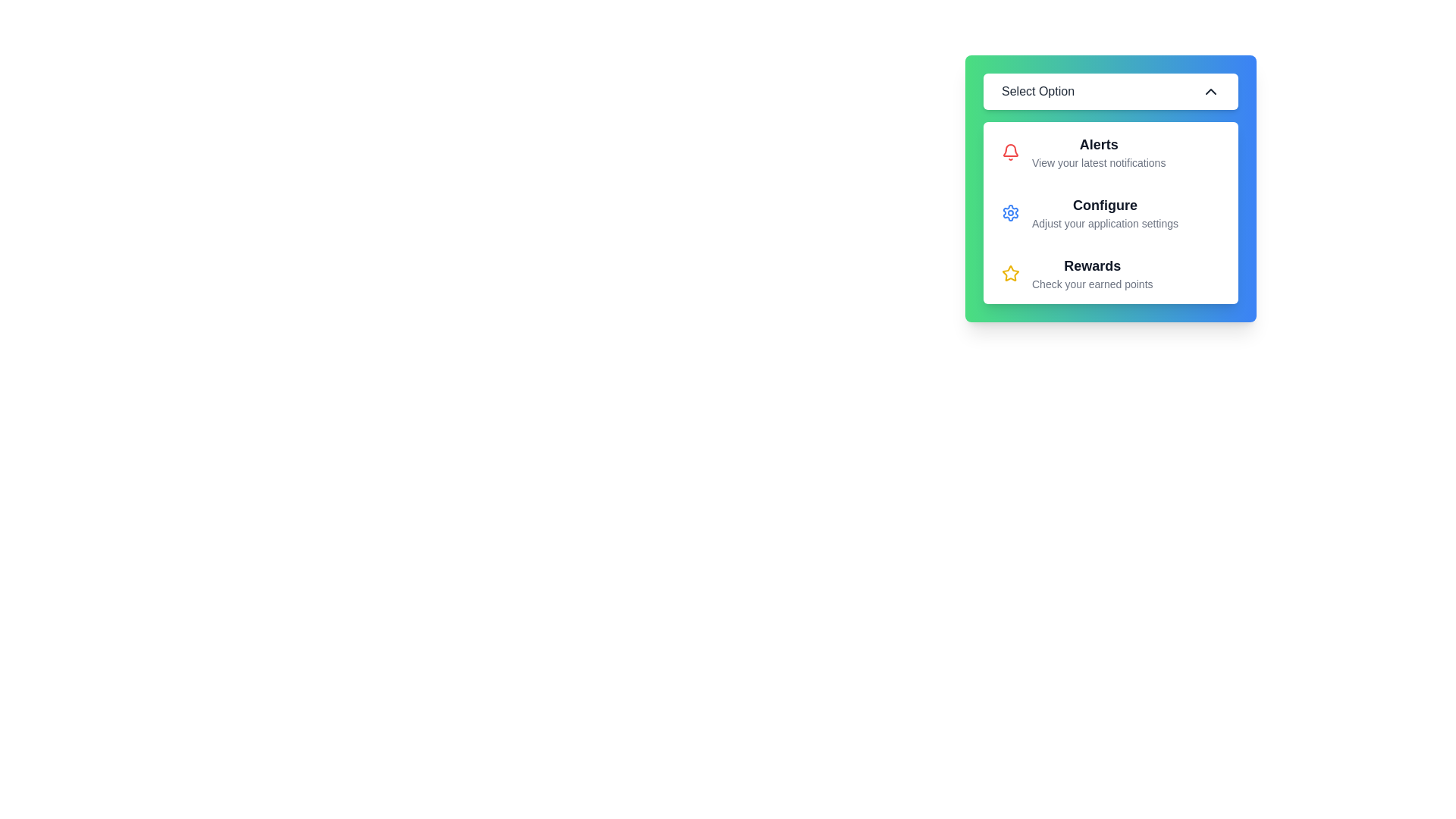  What do you see at coordinates (1110, 152) in the screenshot?
I see `the first option in the dropdown menu for recent notifications, which is indicated by a graphical icon and textual description` at bounding box center [1110, 152].